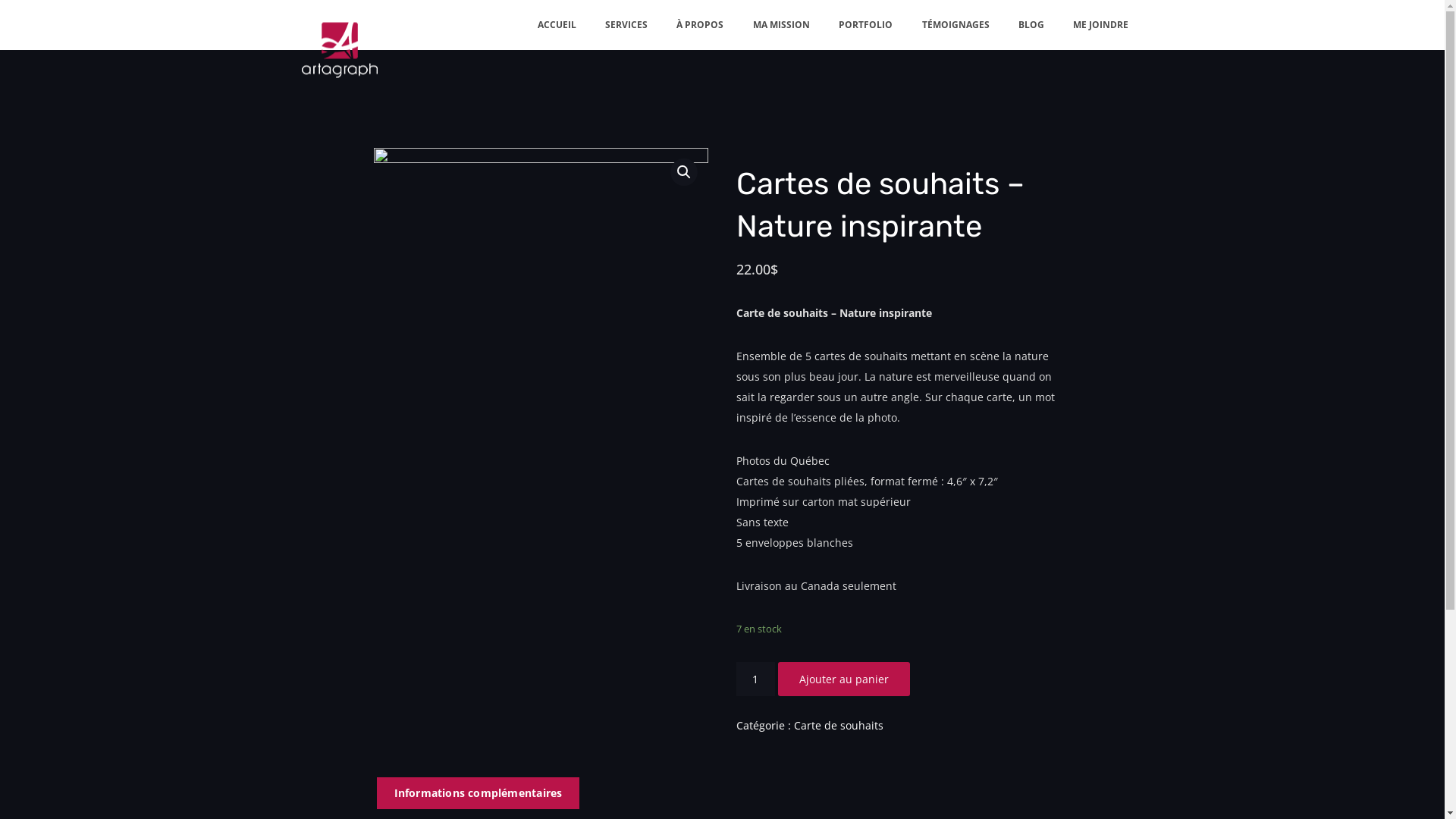 This screenshot has height=819, width=1456. Describe the element at coordinates (843, 678) in the screenshot. I see `'Ajouter au panier'` at that location.